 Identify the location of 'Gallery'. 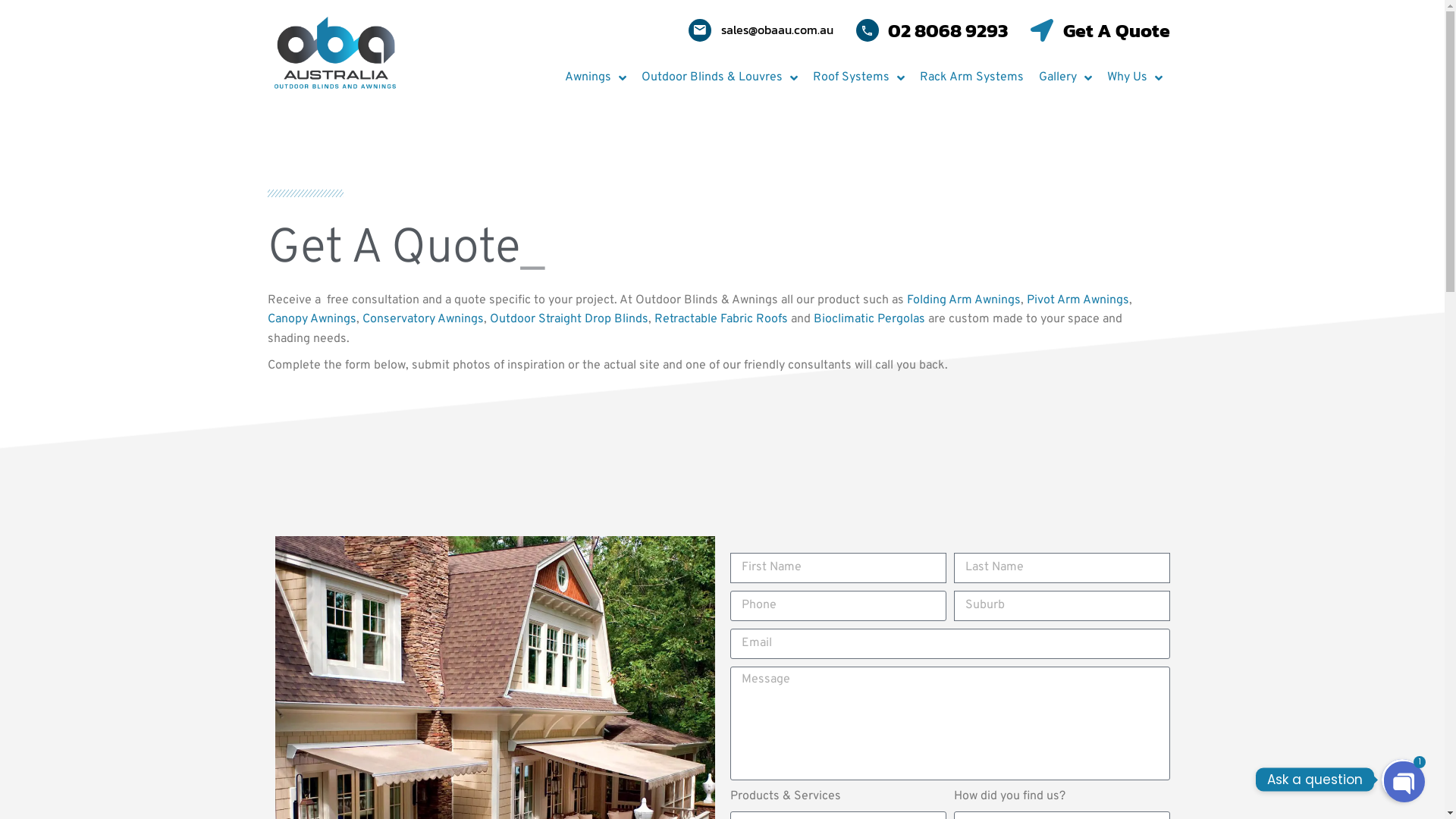
(1065, 78).